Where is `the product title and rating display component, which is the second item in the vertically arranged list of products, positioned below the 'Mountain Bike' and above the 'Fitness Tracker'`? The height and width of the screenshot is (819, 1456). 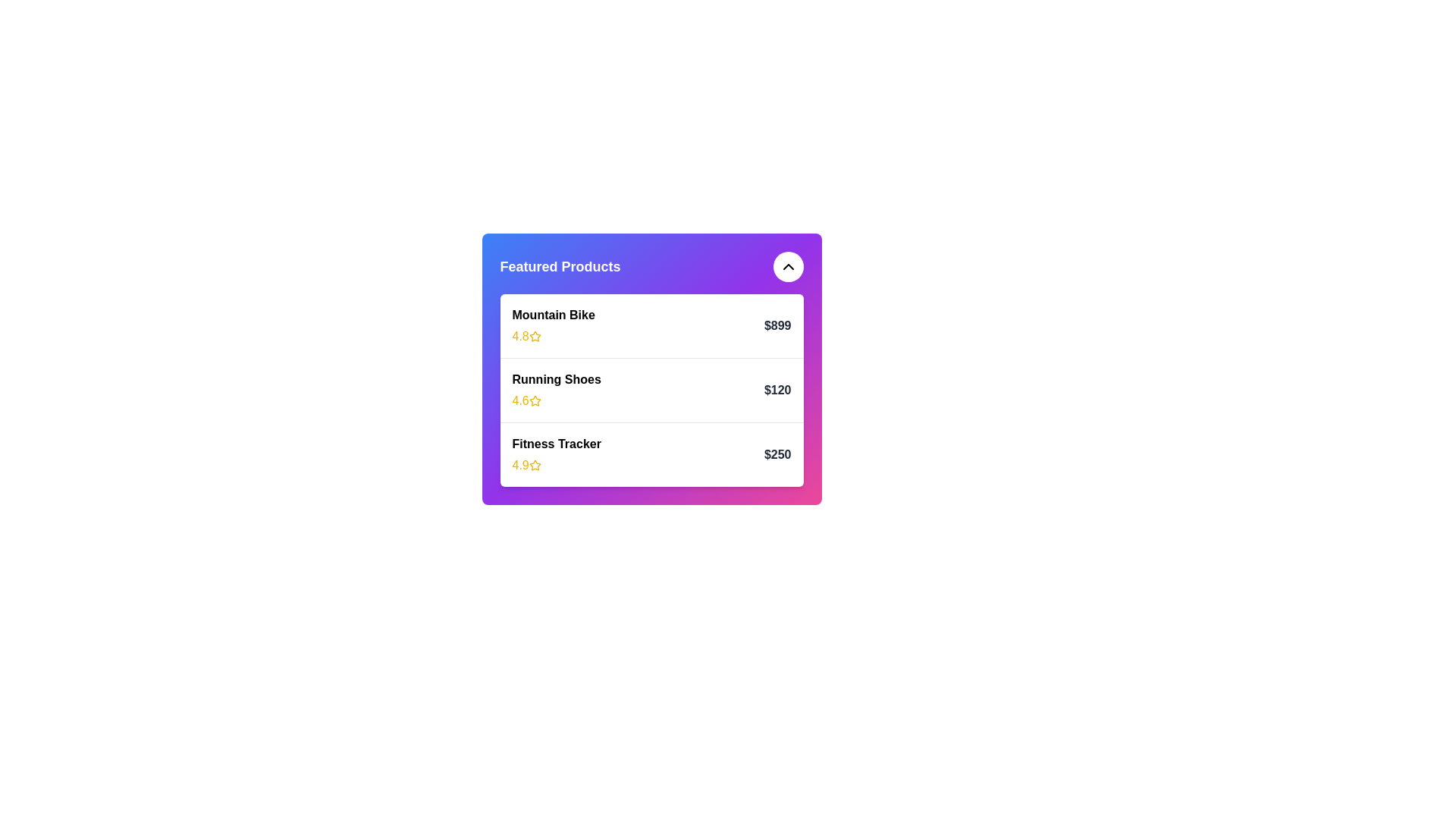 the product title and rating display component, which is the second item in the vertically arranged list of products, positioned below the 'Mountain Bike' and above the 'Fitness Tracker' is located at coordinates (556, 390).